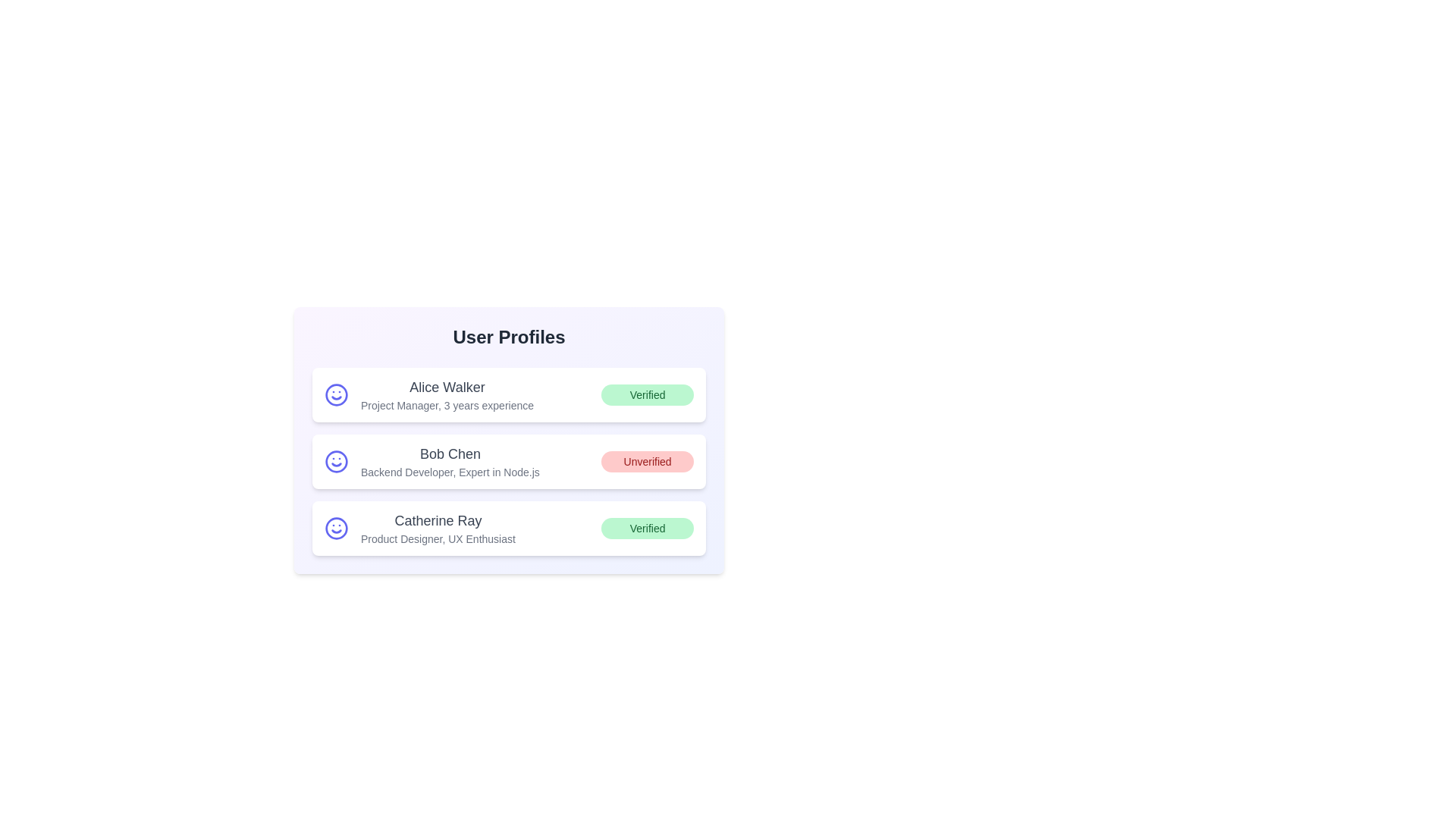  Describe the element at coordinates (648, 394) in the screenshot. I see `the verification status of Alice Walker to toggle or view details` at that location.